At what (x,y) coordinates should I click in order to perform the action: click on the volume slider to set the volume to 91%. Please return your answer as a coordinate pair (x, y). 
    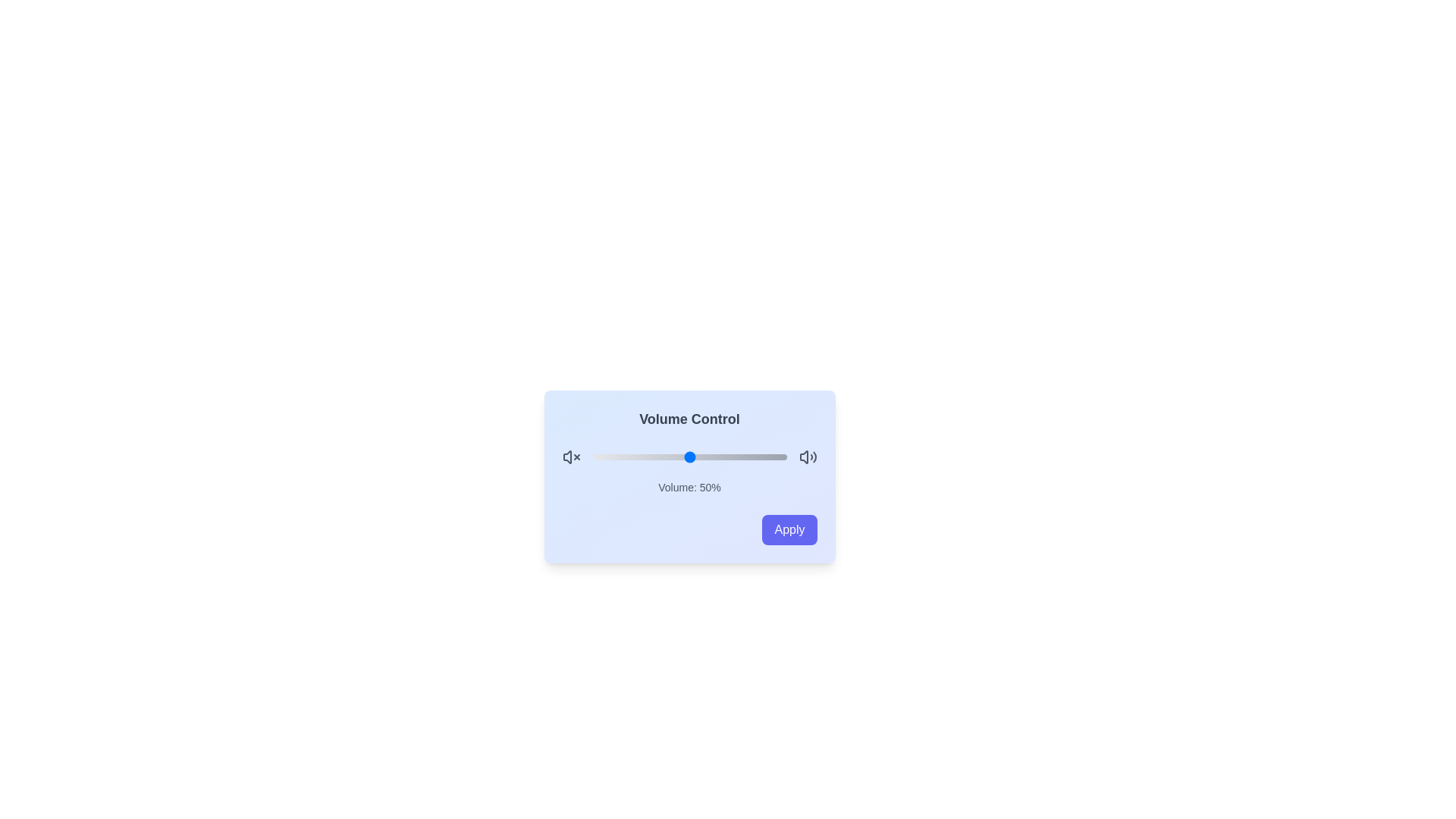
    Looking at the image, I should click on (769, 456).